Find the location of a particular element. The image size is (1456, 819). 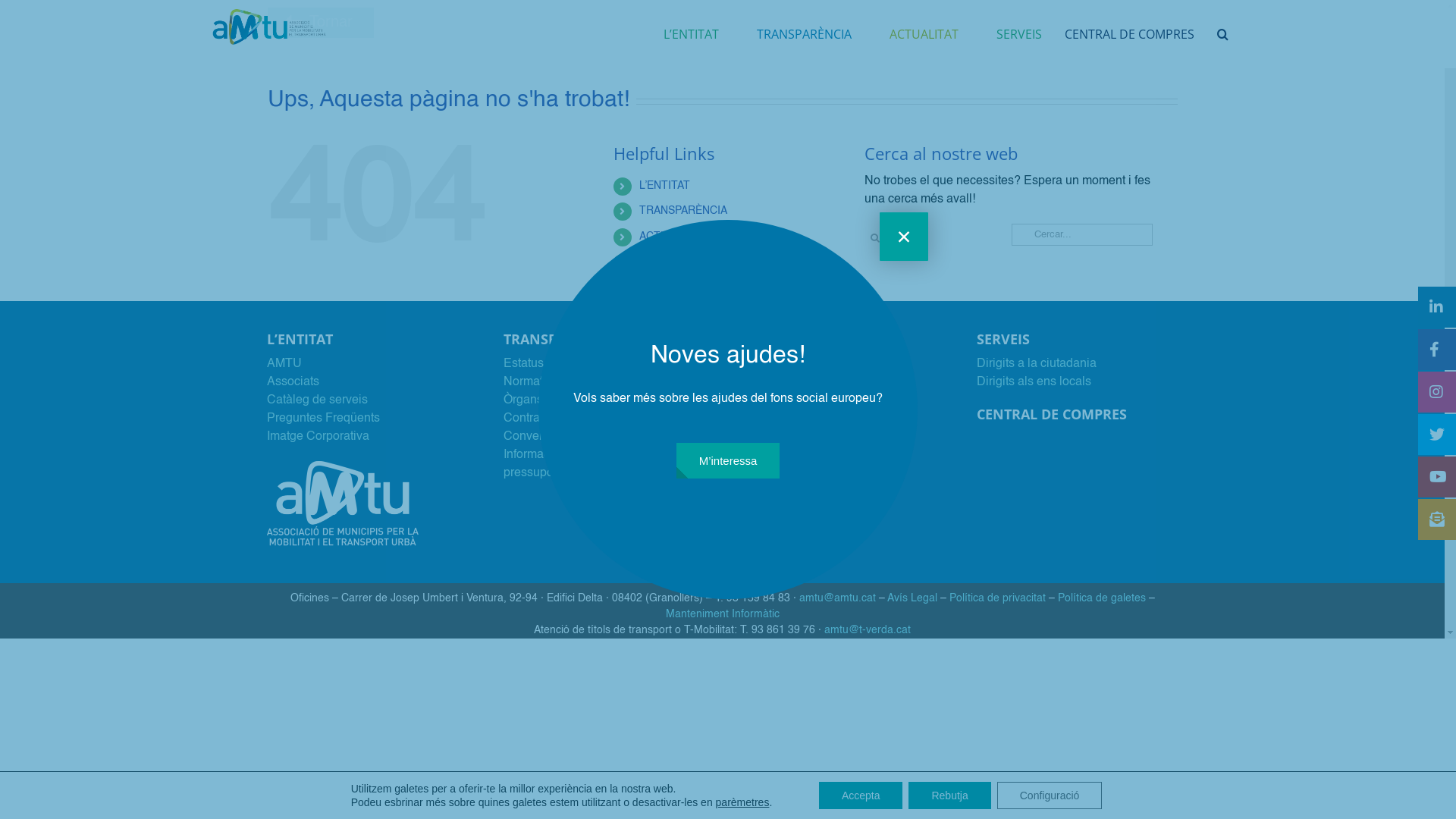

'Associats' is located at coordinates (293, 381).